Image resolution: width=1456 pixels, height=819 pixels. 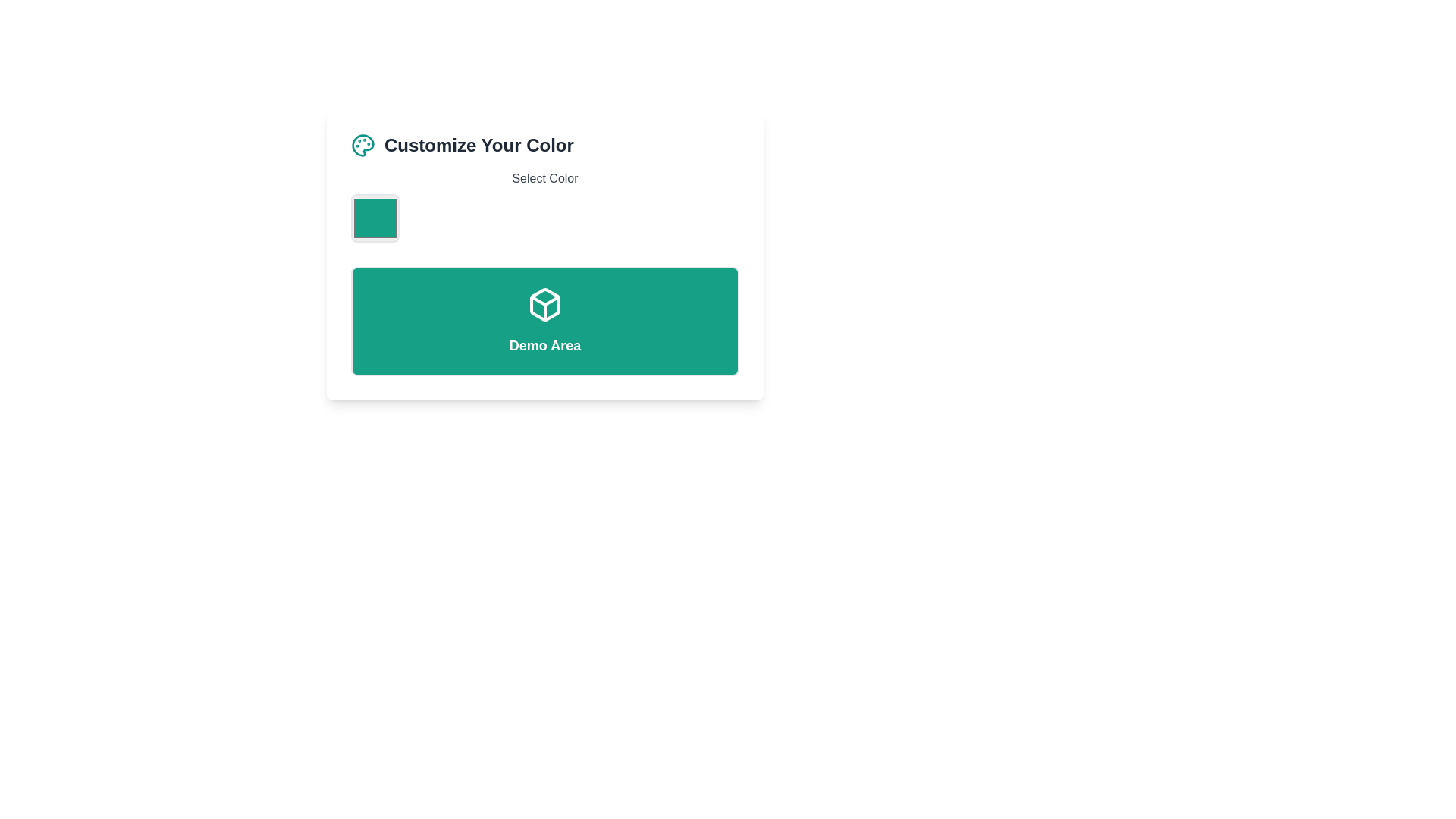 I want to click on the text label reading 'Demo Area' that is styled with a white color, bold font, and medium-large size, located on a green rectangular background below an icon, so click(x=545, y=345).